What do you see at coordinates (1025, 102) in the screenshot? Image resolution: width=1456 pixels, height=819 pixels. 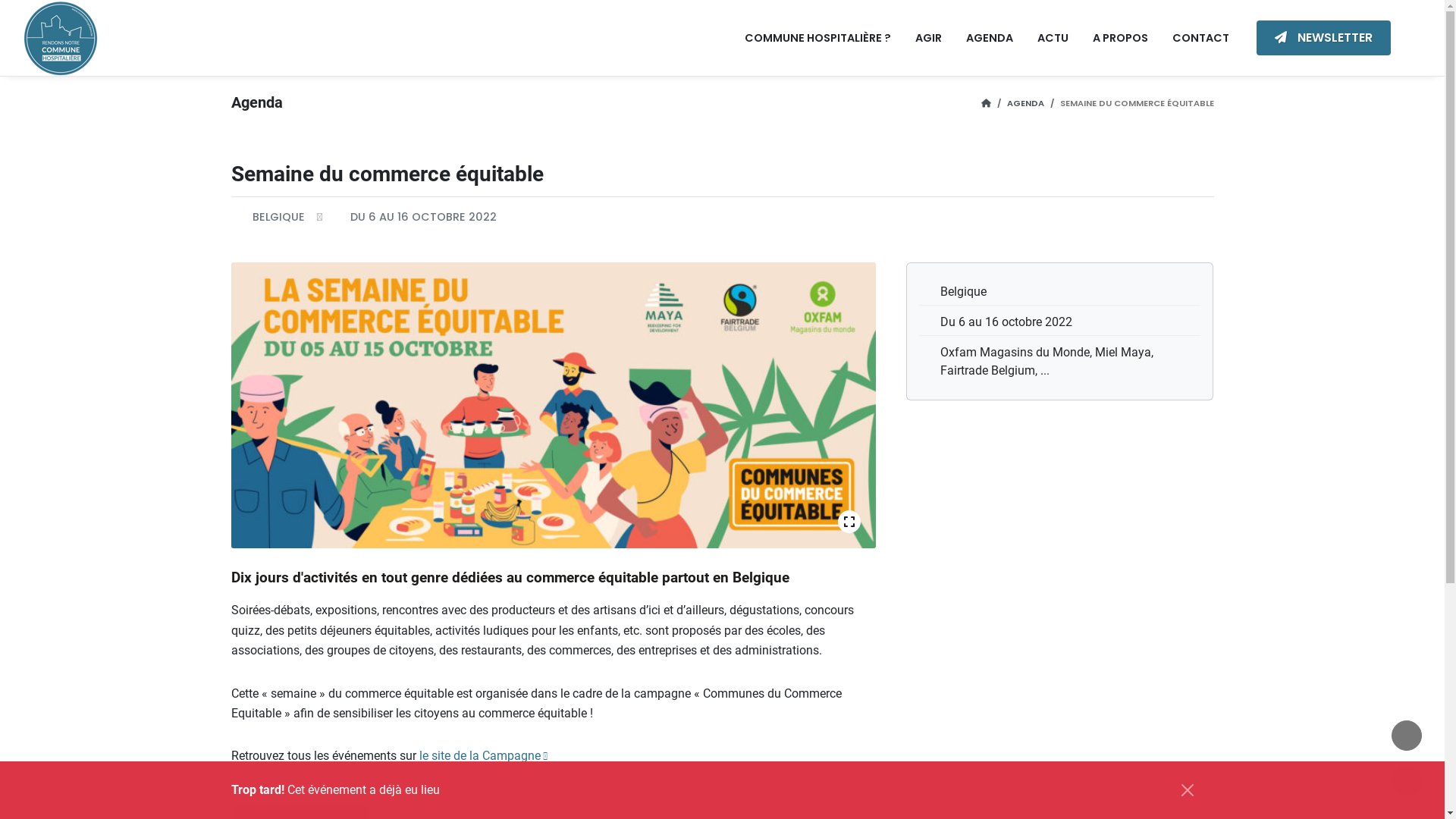 I see `'AGENDA'` at bounding box center [1025, 102].